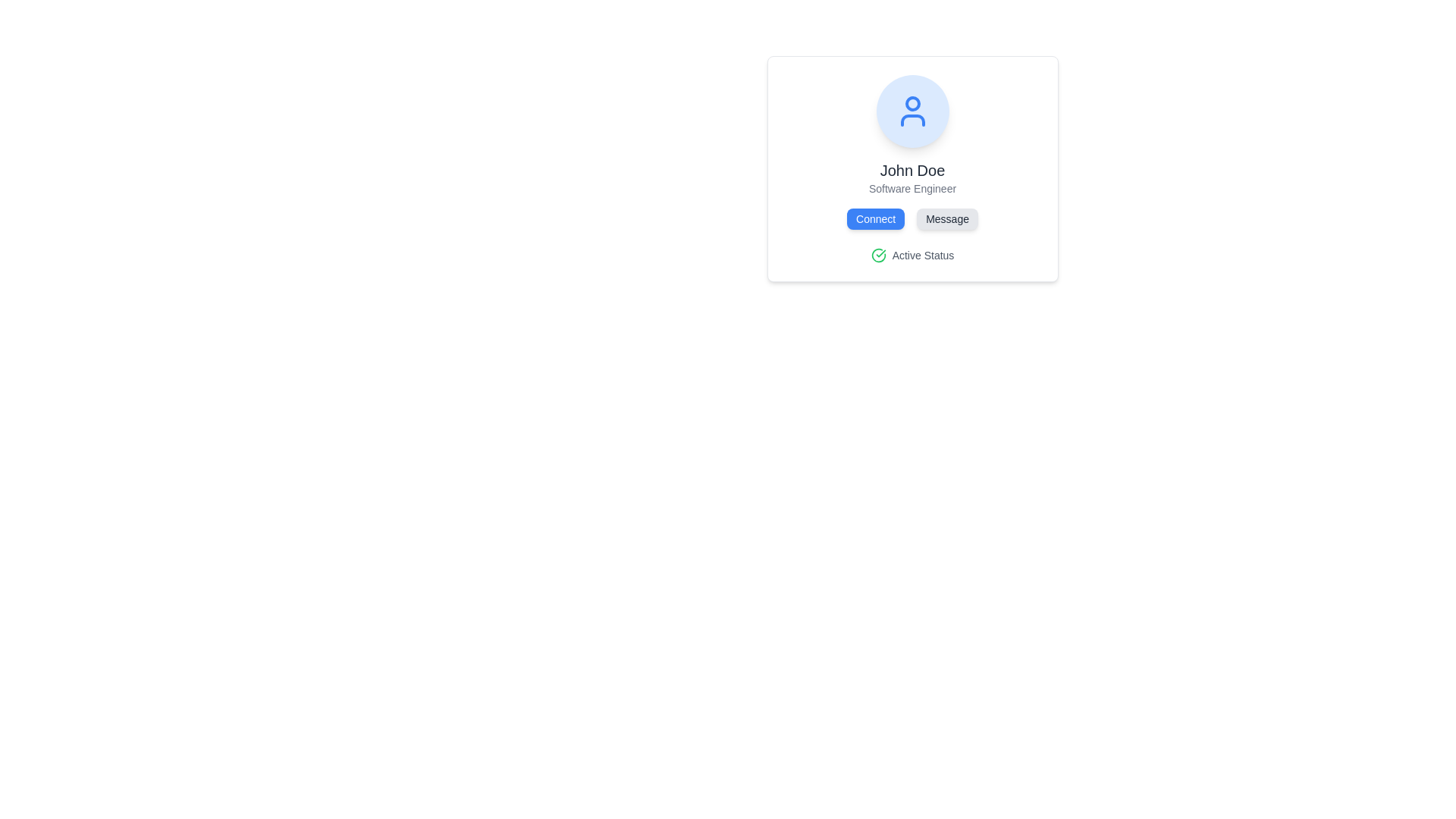 The image size is (1456, 819). What do you see at coordinates (912, 177) in the screenshot?
I see `the Text Display element that shows 'John Doe' and 'Software Engineer', which is positioned centrally within a card below the avatar icon` at bounding box center [912, 177].